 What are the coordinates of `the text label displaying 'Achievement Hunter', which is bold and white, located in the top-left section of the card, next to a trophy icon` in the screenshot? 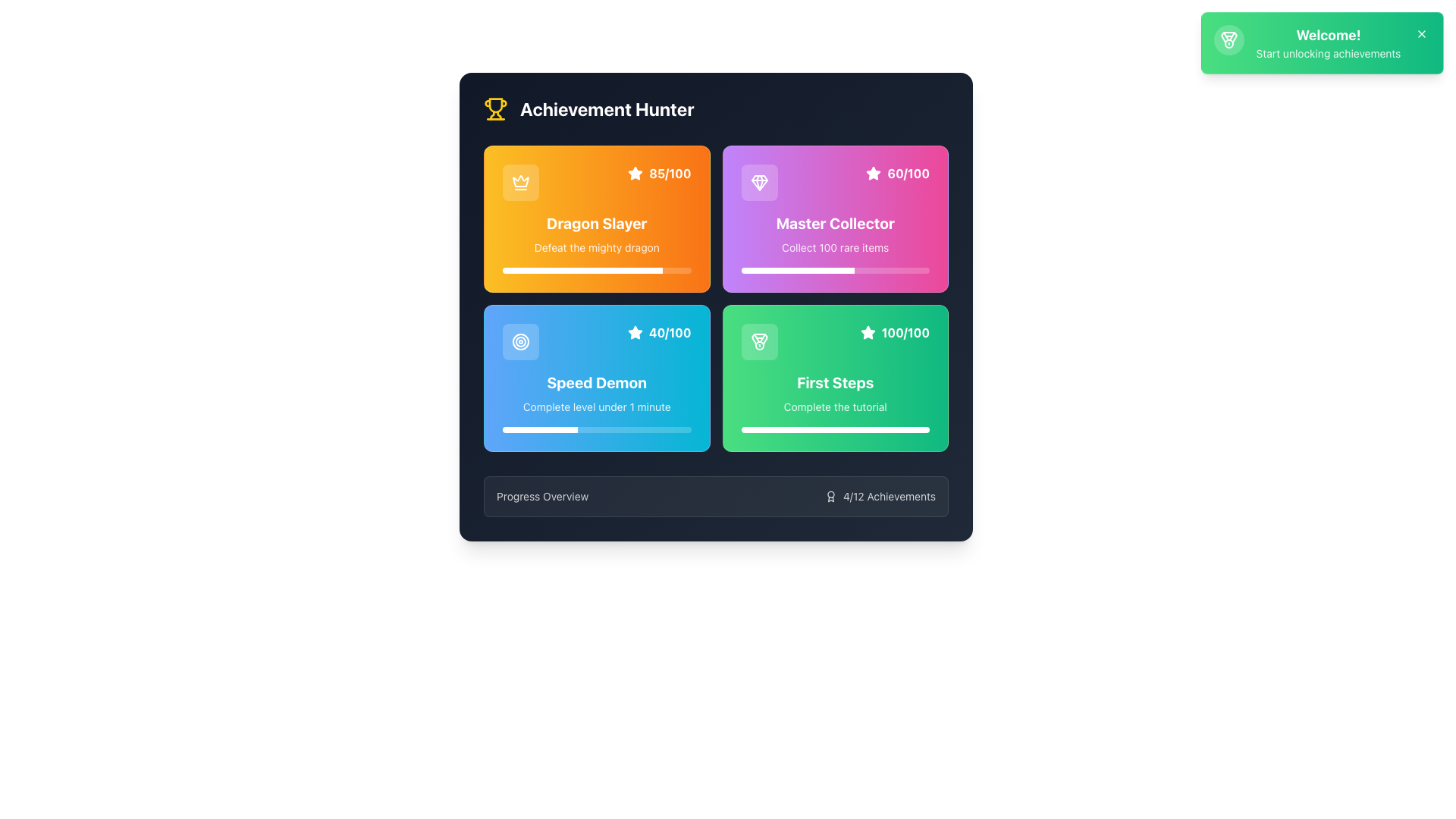 It's located at (607, 108).